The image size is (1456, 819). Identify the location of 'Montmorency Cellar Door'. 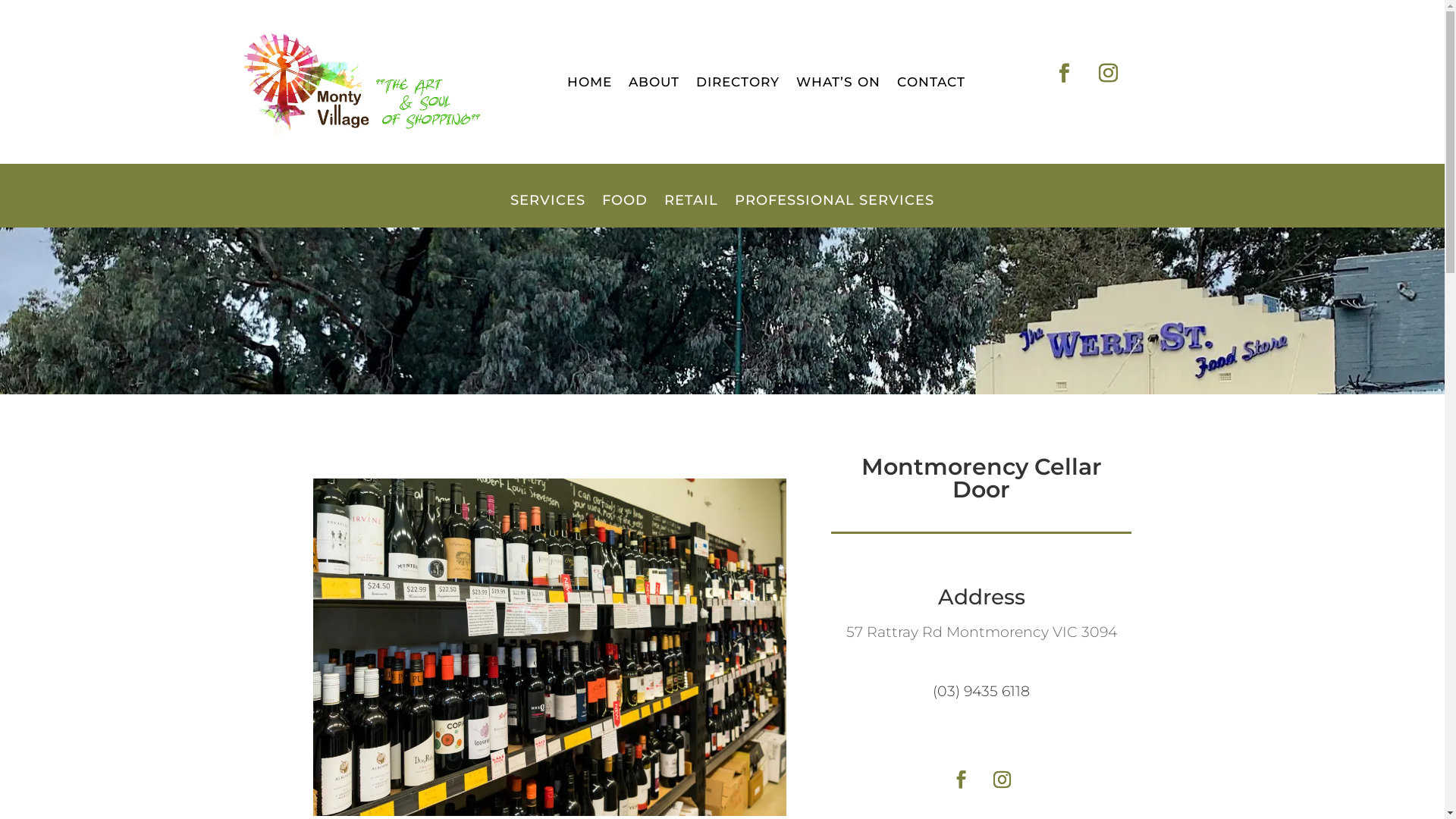
(548, 647).